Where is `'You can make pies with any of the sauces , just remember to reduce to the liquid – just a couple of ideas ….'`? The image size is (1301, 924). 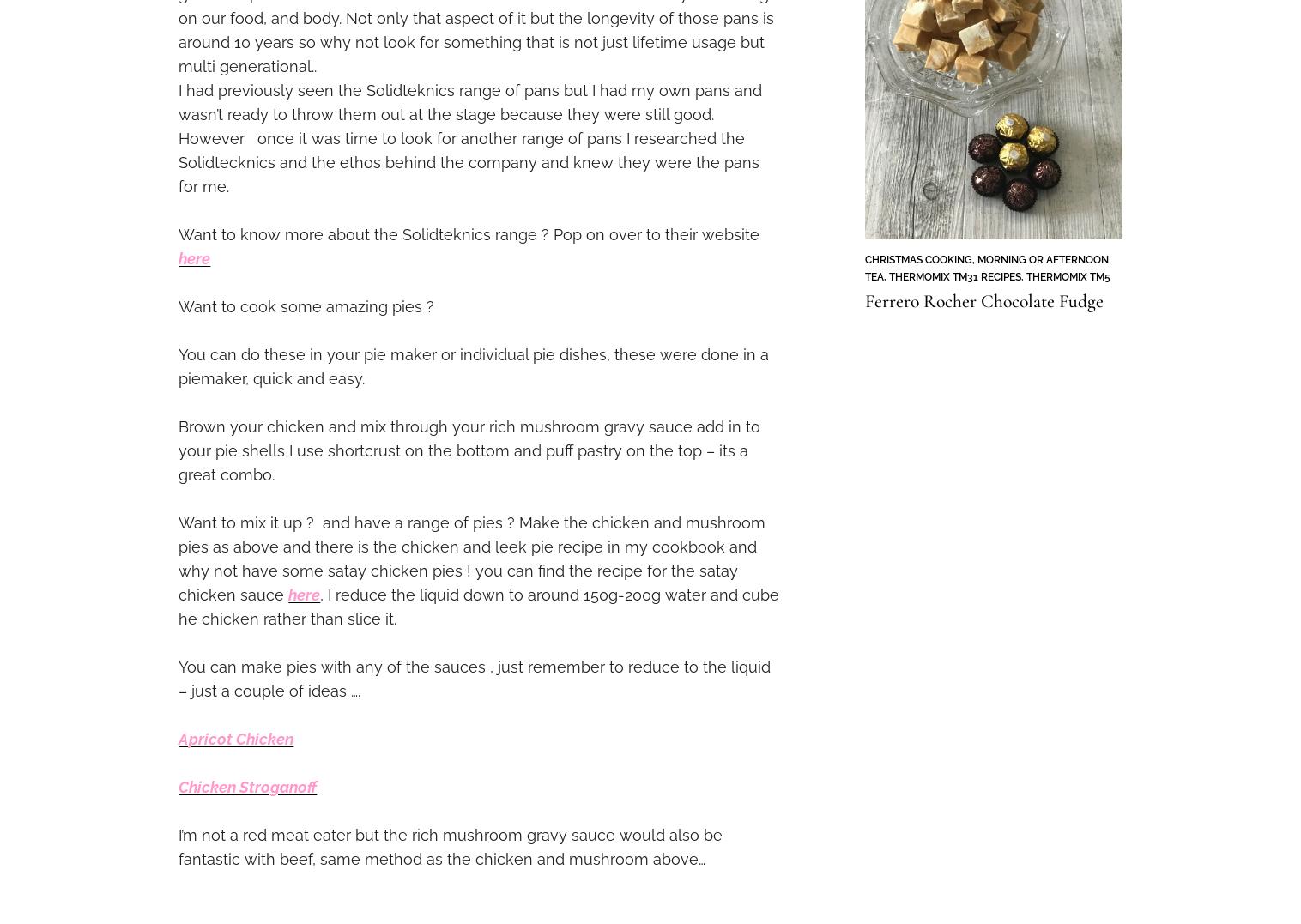
'You can make pies with any of the sauces , just remember to reduce to the liquid – just a couple of ideas ….' is located at coordinates (474, 678).